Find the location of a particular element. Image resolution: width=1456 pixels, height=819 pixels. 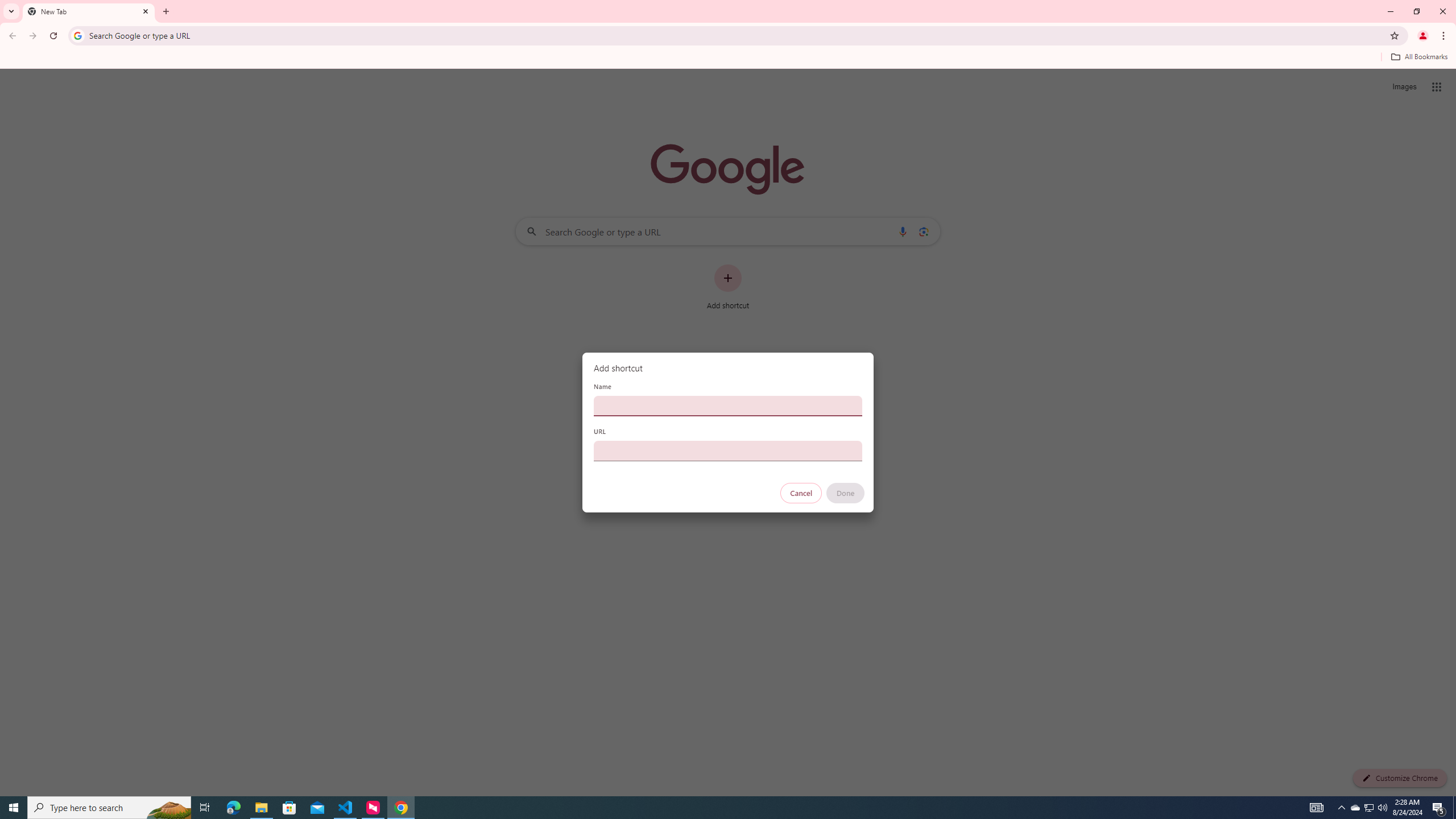

'Cancel' is located at coordinates (801, 493).